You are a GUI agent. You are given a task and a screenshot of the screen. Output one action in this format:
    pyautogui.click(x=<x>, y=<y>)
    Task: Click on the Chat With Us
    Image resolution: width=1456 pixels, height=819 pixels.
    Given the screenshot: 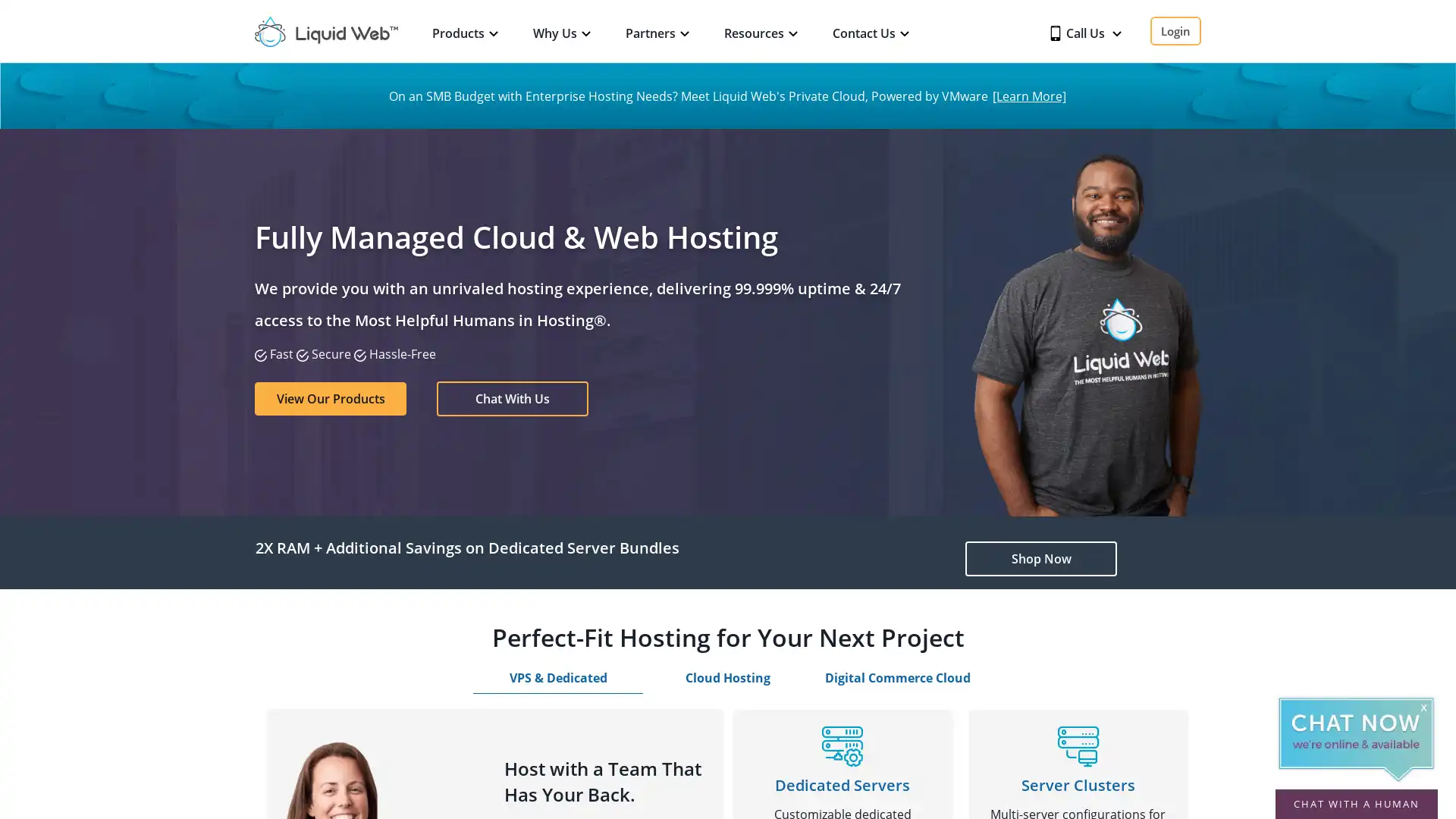 What is the action you would take?
    pyautogui.click(x=513, y=397)
    